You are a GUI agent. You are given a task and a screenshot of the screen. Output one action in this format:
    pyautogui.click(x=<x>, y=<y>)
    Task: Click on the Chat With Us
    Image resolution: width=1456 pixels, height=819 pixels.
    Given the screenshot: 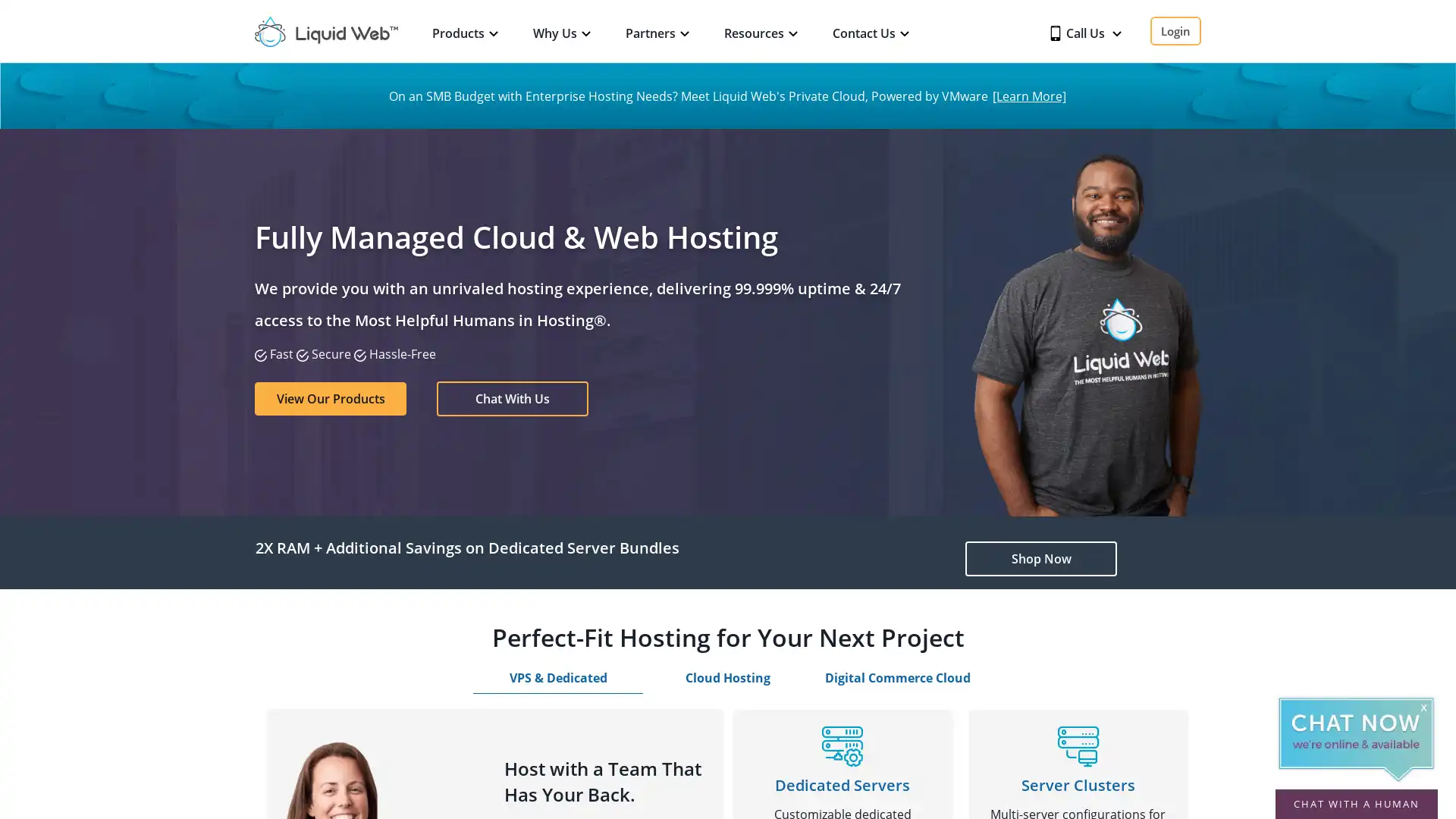 What is the action you would take?
    pyautogui.click(x=513, y=397)
    